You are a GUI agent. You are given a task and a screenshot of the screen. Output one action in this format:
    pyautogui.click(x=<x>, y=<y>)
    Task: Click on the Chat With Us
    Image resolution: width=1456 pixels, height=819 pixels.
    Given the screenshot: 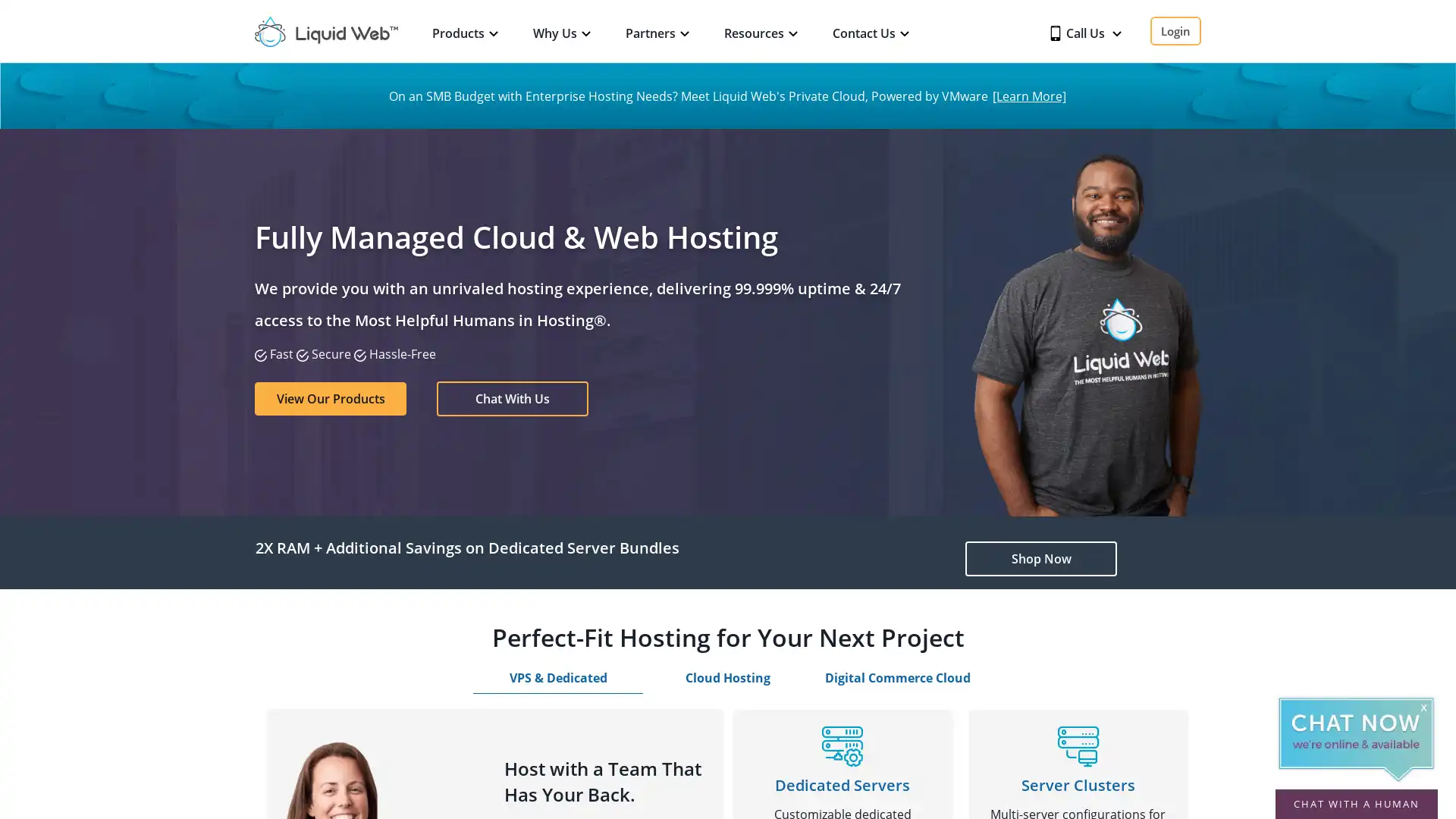 What is the action you would take?
    pyautogui.click(x=513, y=397)
    